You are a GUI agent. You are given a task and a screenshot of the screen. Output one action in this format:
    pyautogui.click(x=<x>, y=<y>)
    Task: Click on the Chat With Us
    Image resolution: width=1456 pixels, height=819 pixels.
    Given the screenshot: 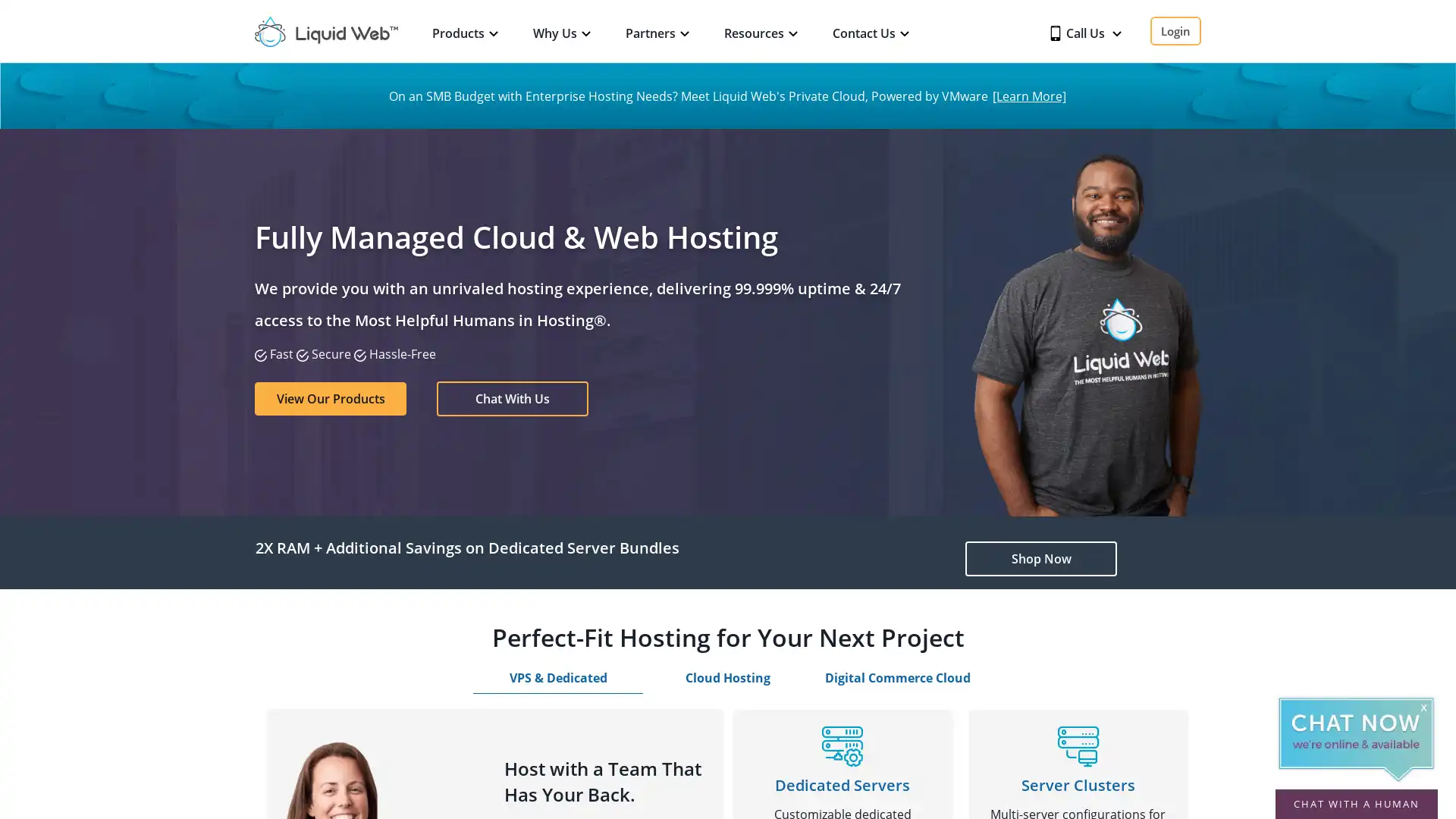 What is the action you would take?
    pyautogui.click(x=513, y=397)
    